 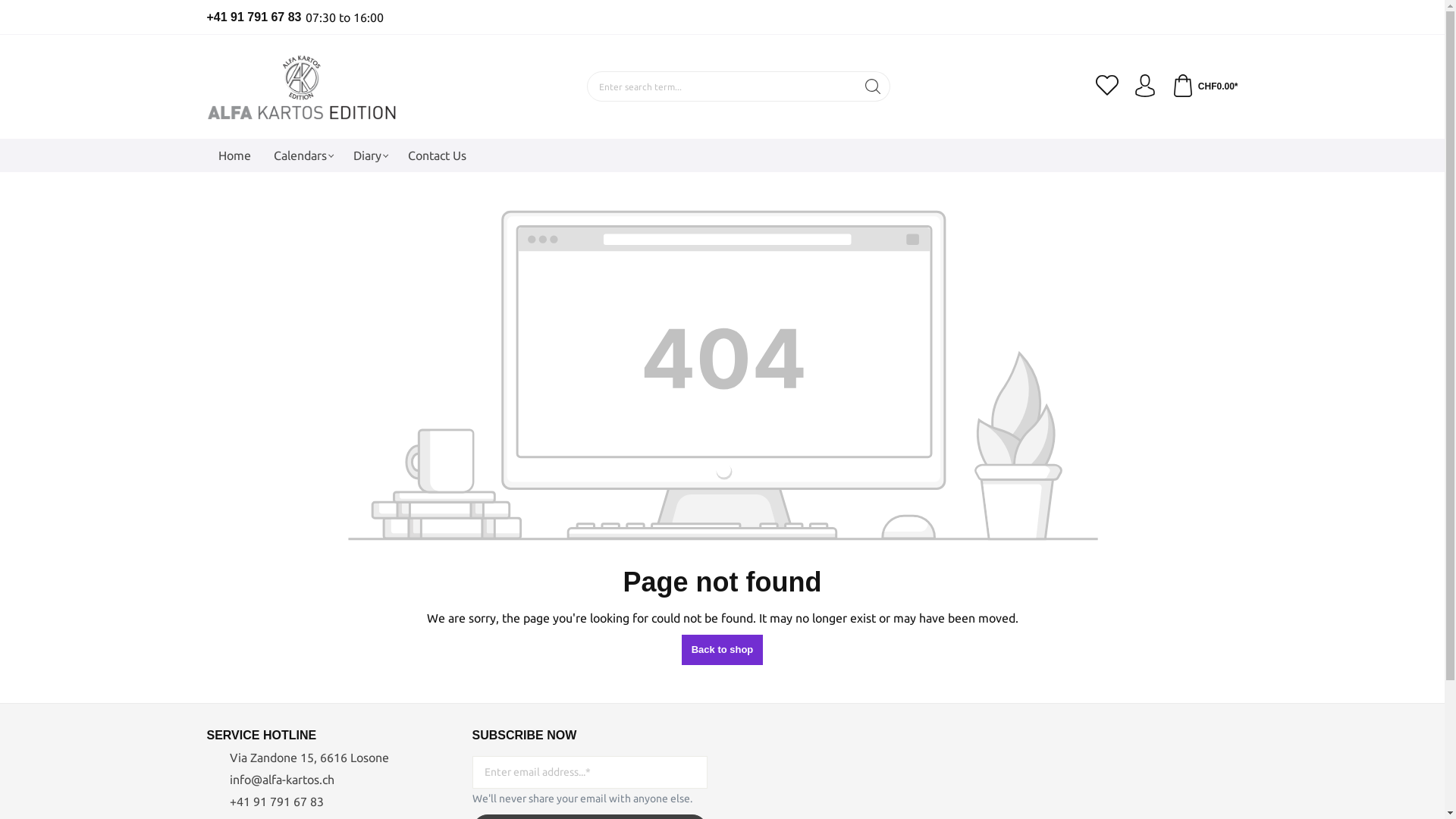 I want to click on 'Contact Us', so click(x=435, y=155).